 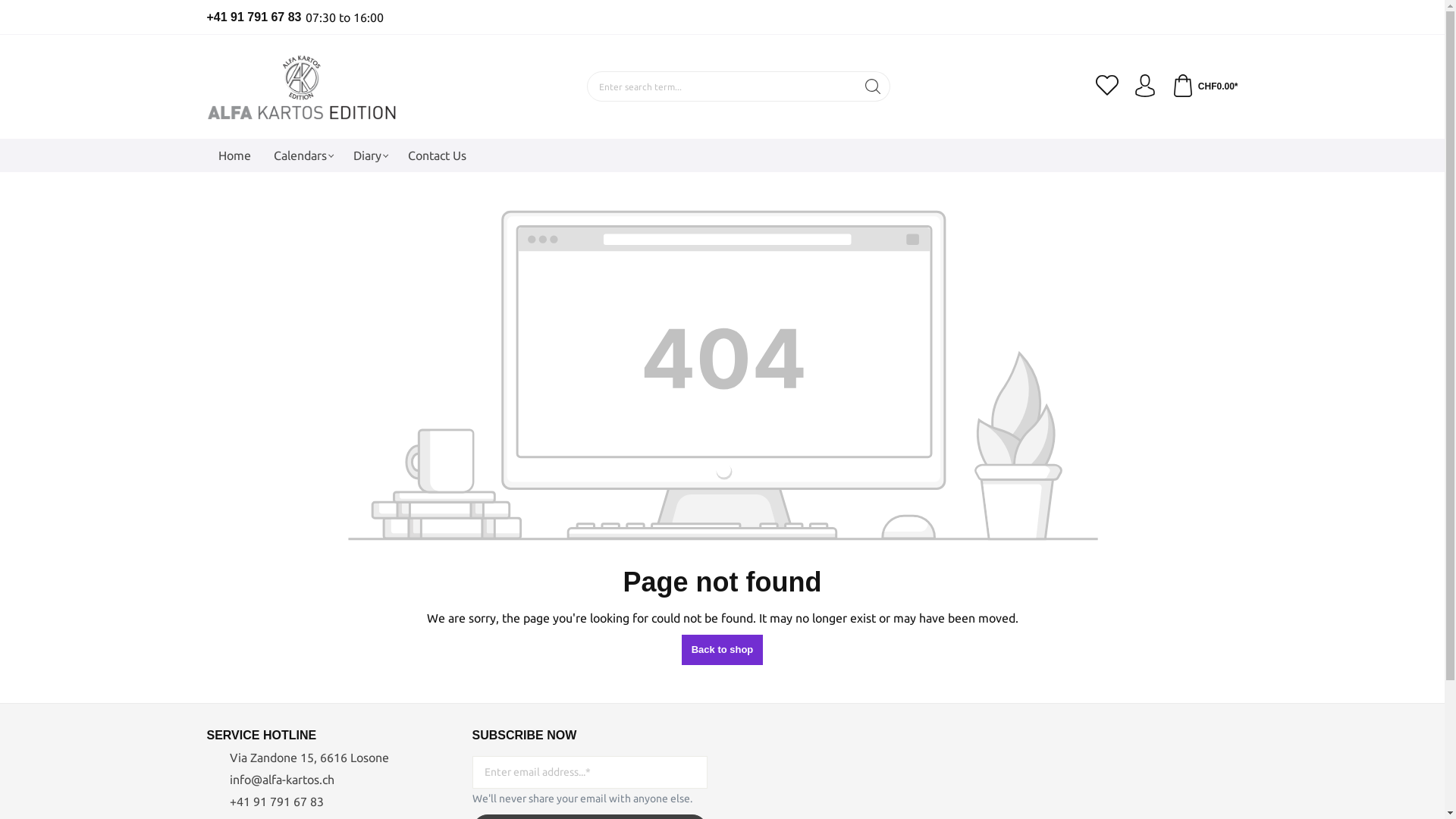 I want to click on 'Contact Us', so click(x=435, y=155).